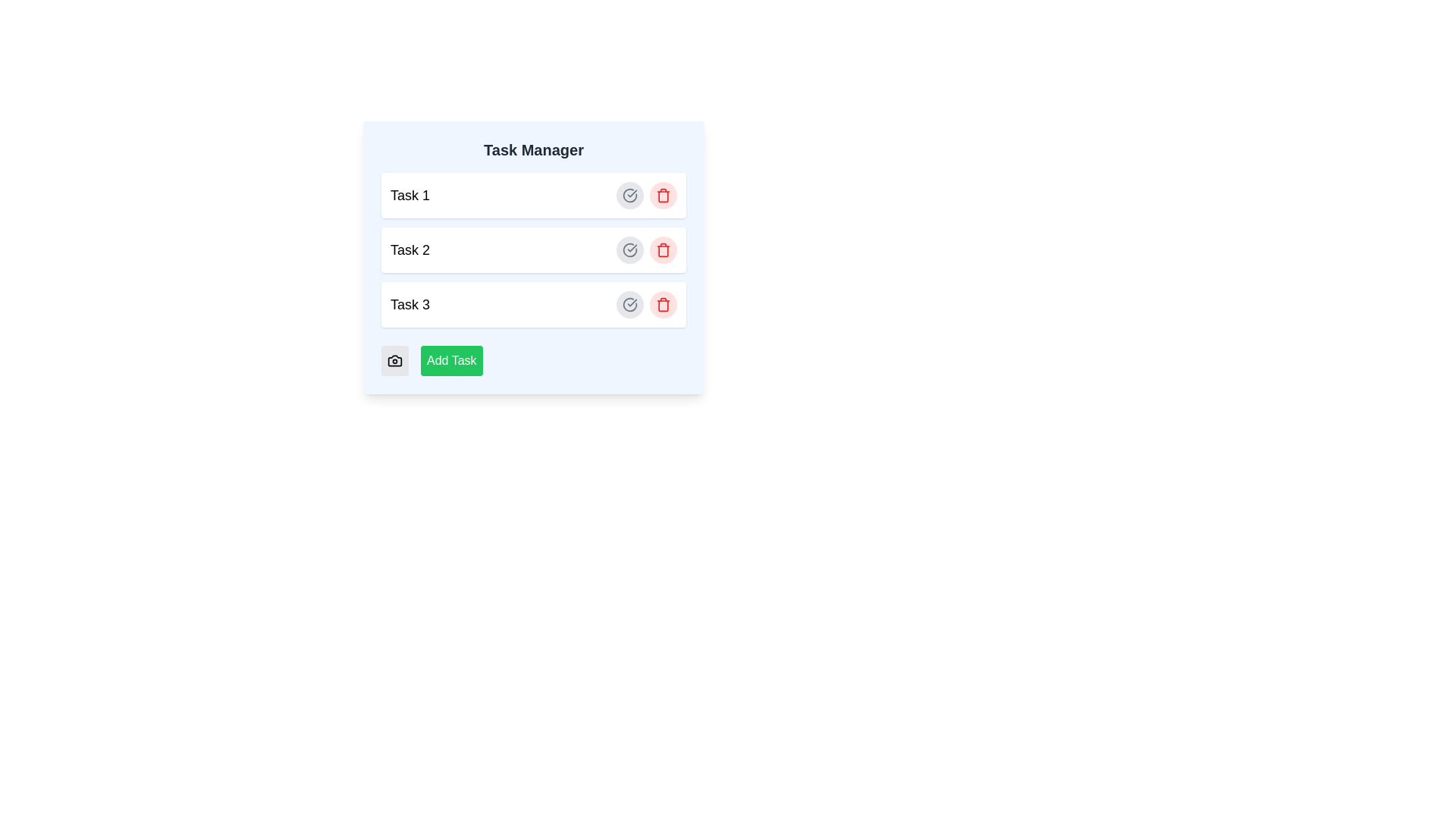 Image resolution: width=1456 pixels, height=819 pixels. Describe the element at coordinates (534, 256) in the screenshot. I see `the second task entry labeled 'Task 2' in the Task Manager panel` at that location.